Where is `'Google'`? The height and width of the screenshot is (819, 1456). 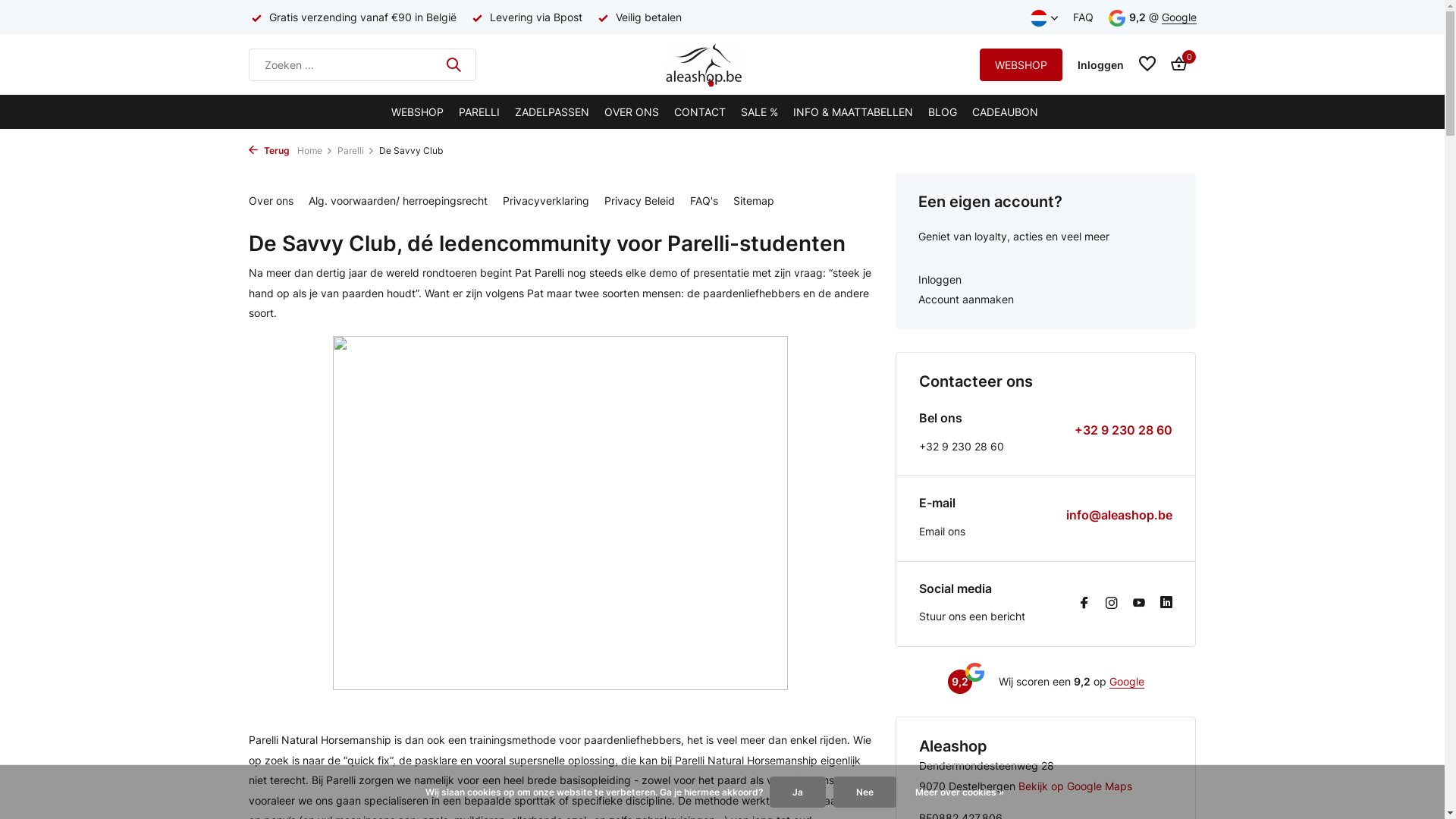 'Google' is located at coordinates (1127, 680).